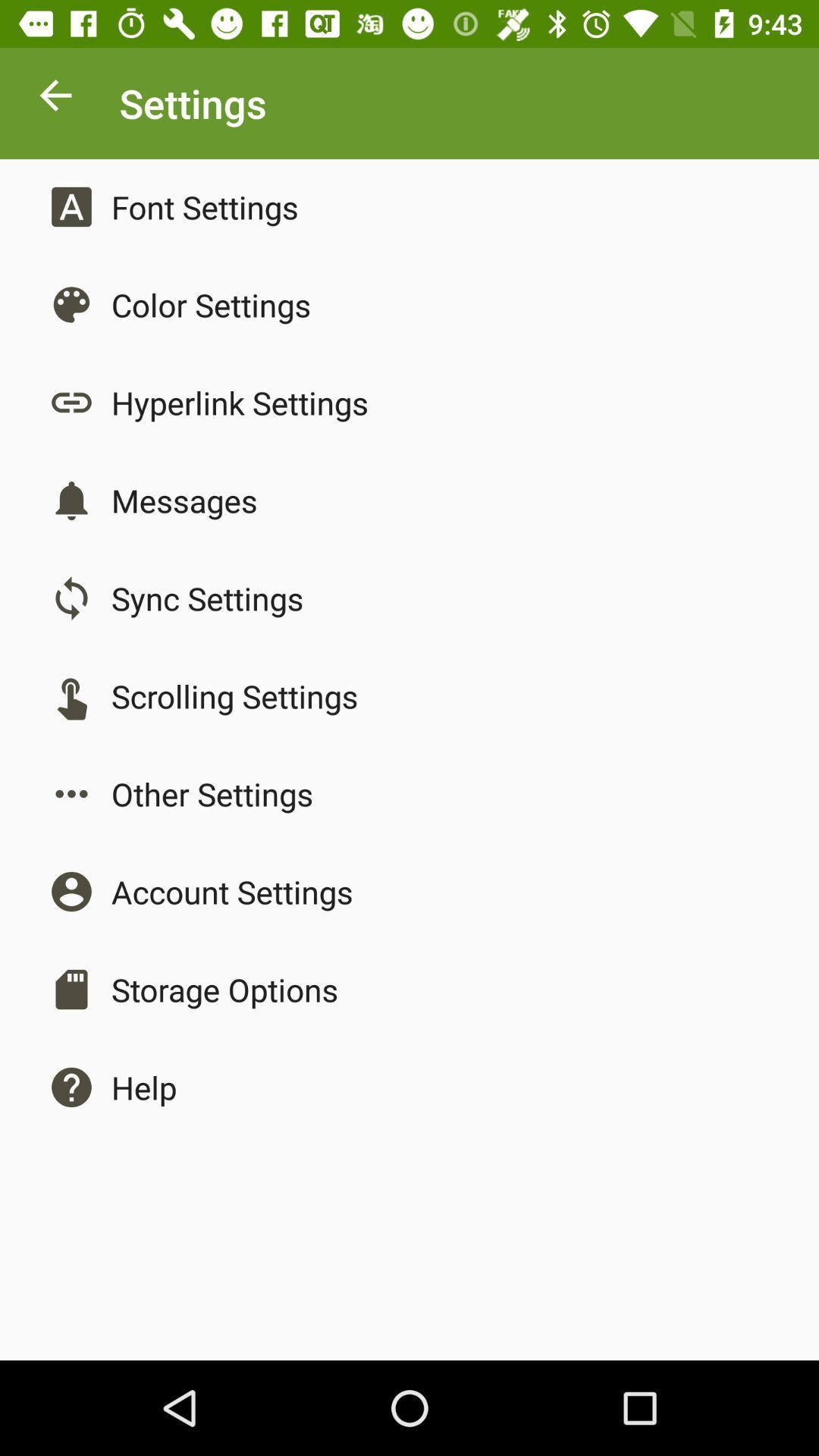 Image resolution: width=819 pixels, height=1456 pixels. What do you see at coordinates (232, 892) in the screenshot?
I see `account settings item` at bounding box center [232, 892].